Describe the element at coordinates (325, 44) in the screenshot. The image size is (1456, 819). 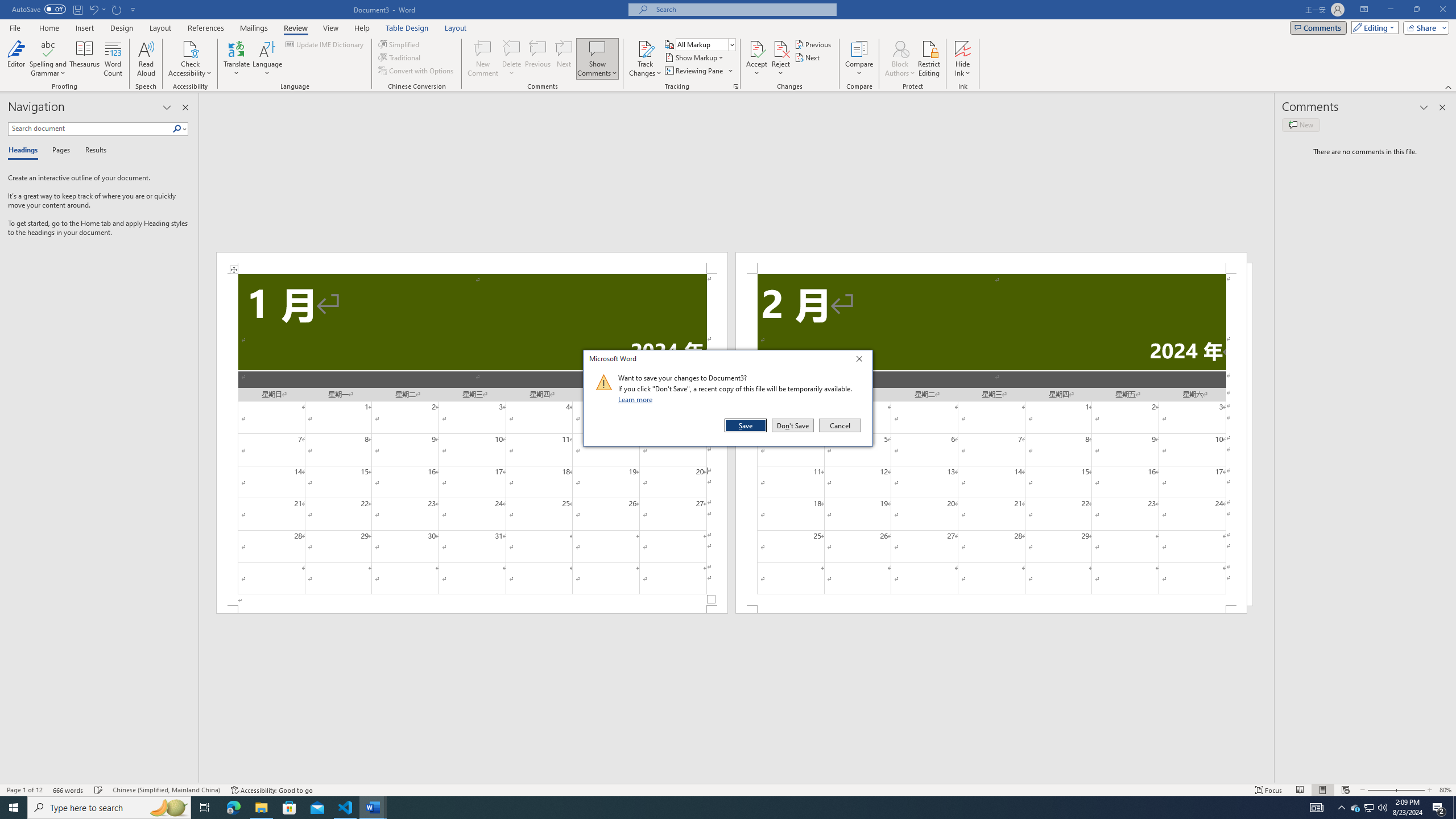
I see `'Update IME Dictionary...'` at that location.